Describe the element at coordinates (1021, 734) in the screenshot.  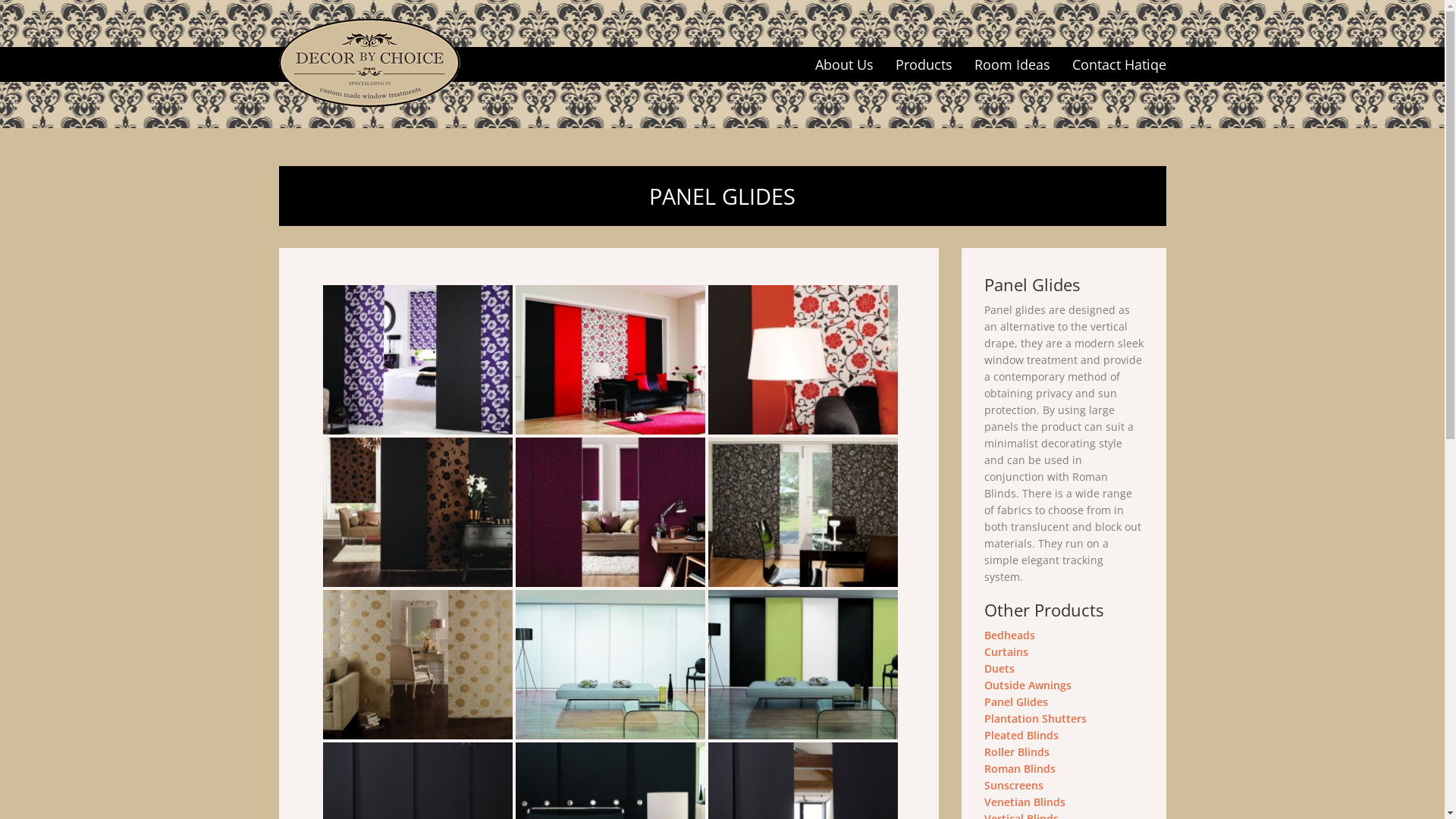
I see `'Pleated Blinds'` at that location.